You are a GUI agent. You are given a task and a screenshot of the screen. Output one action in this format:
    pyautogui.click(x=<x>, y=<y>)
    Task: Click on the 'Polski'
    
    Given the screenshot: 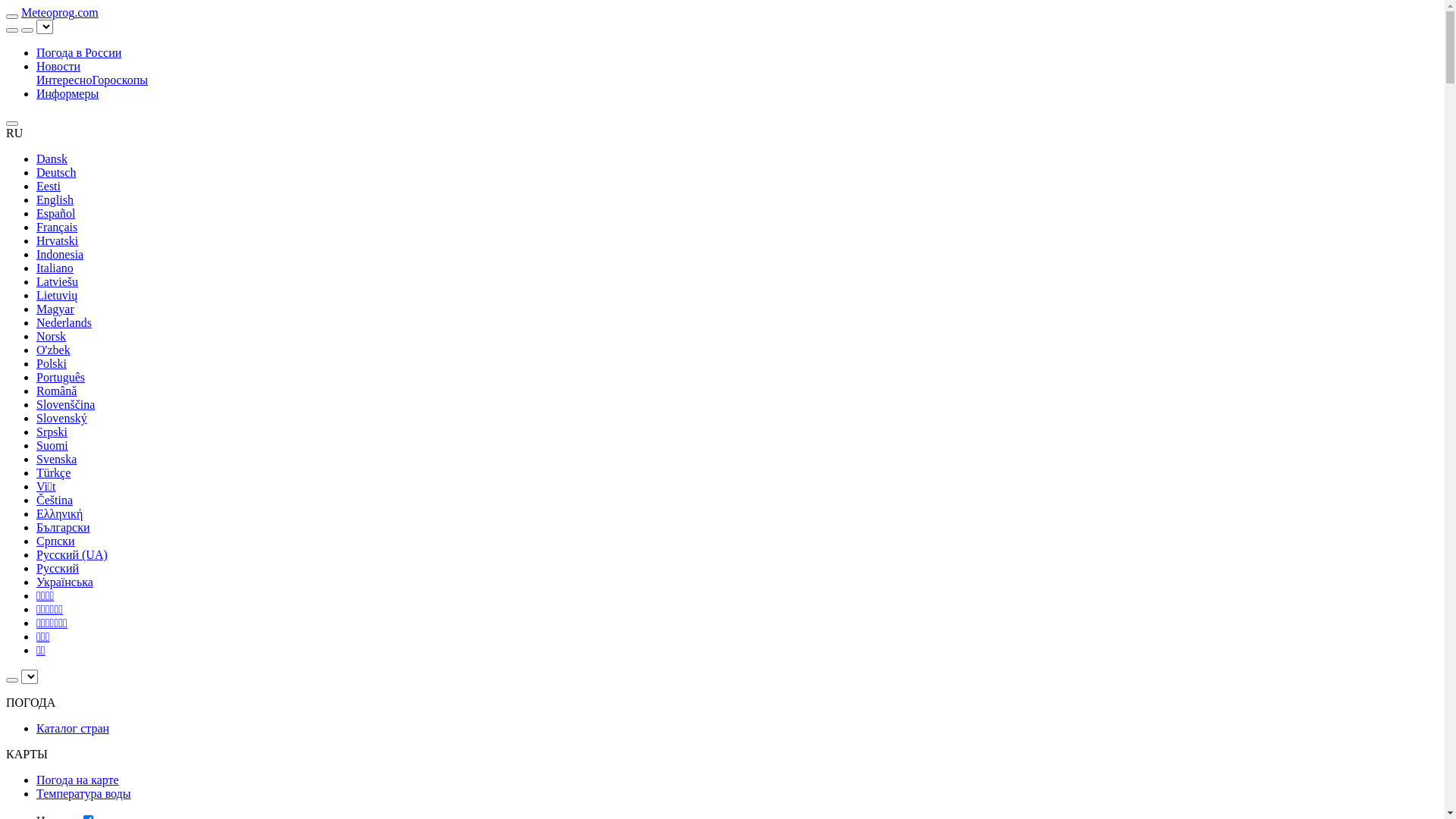 What is the action you would take?
    pyautogui.click(x=51, y=363)
    